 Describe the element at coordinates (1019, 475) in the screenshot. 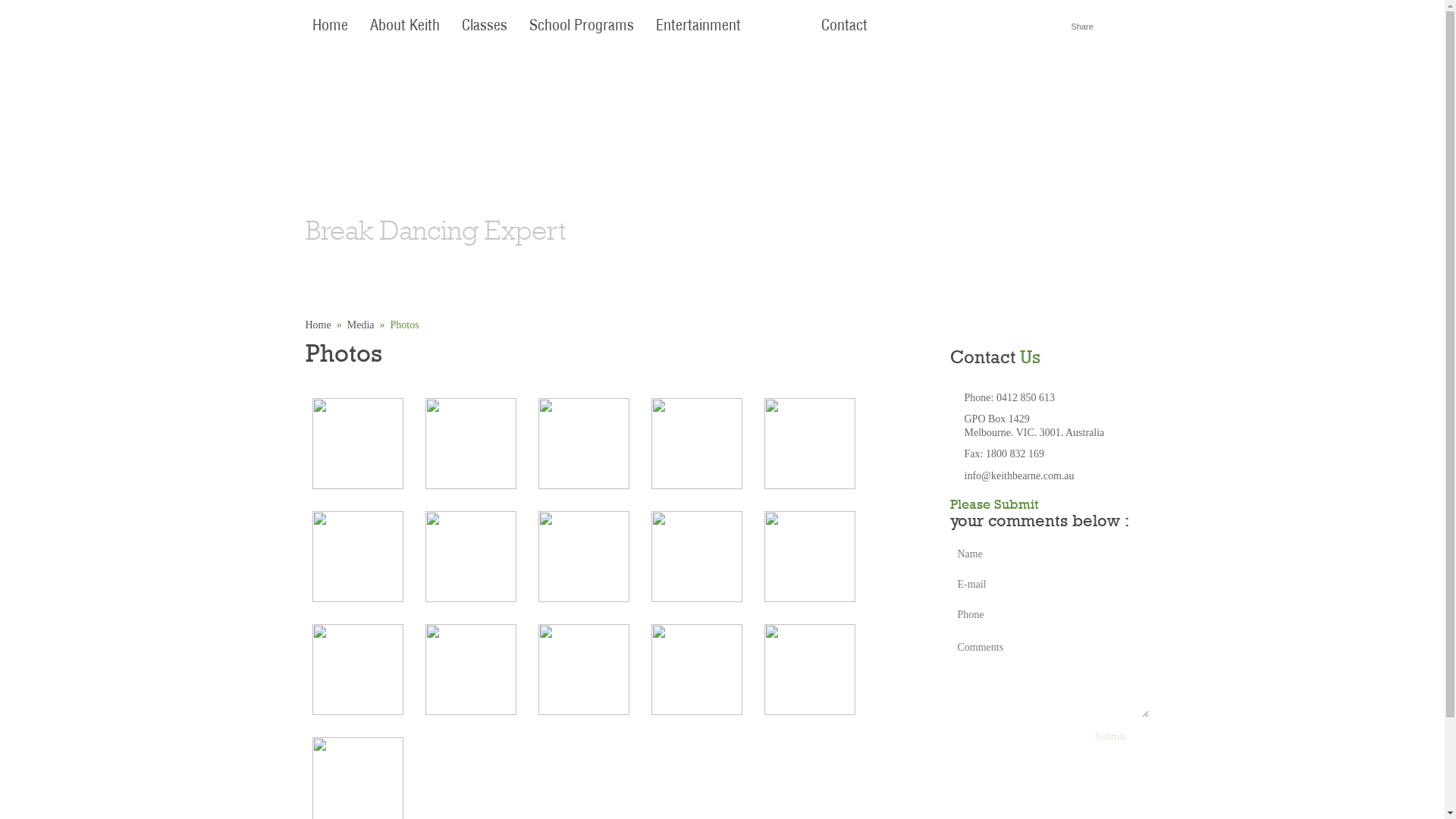

I see `'info@keithbearne.com.au'` at that location.